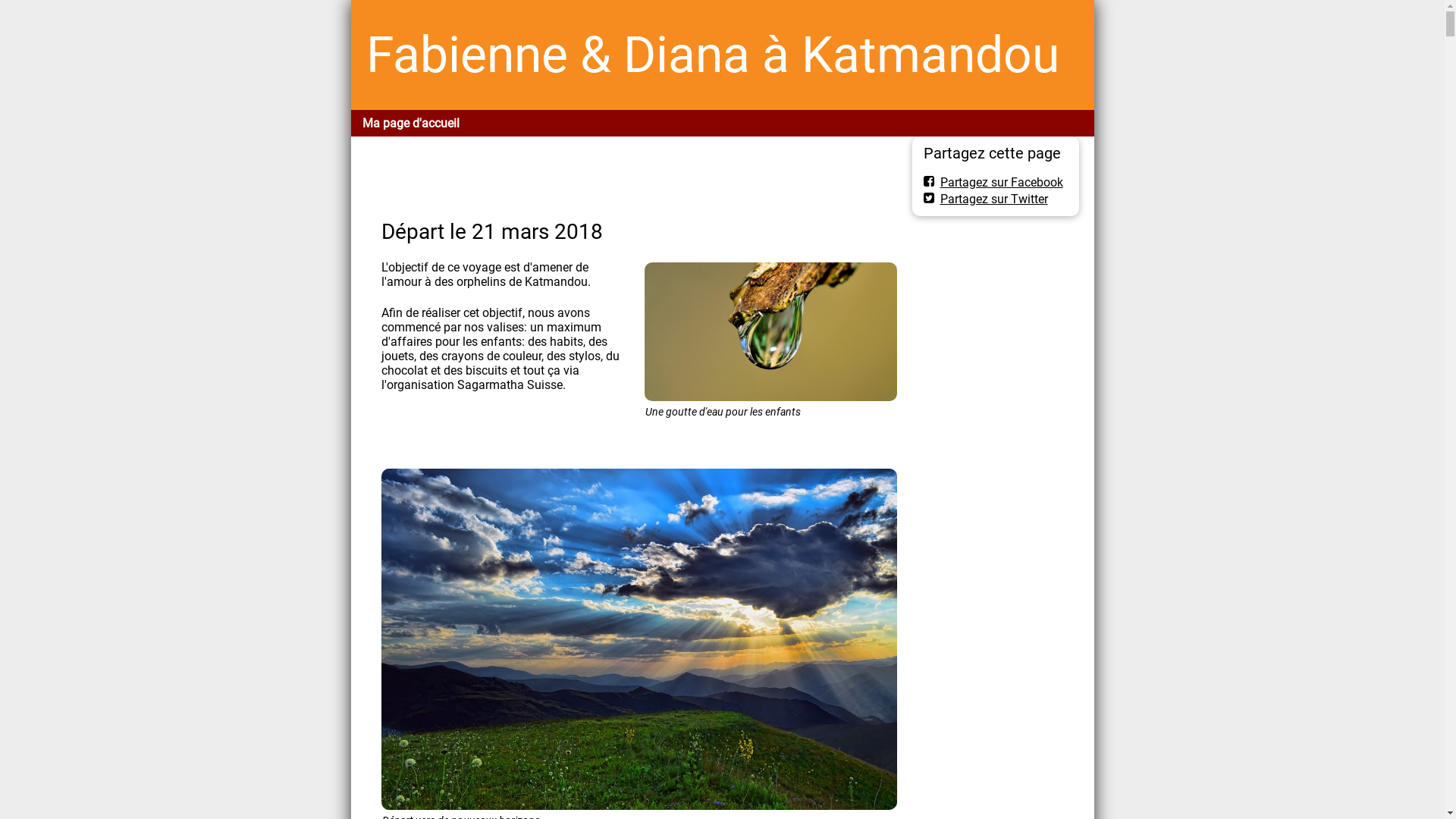 The image size is (1456, 819). Describe the element at coordinates (923, 197) in the screenshot. I see `'Partagez sur Twitter'` at that location.